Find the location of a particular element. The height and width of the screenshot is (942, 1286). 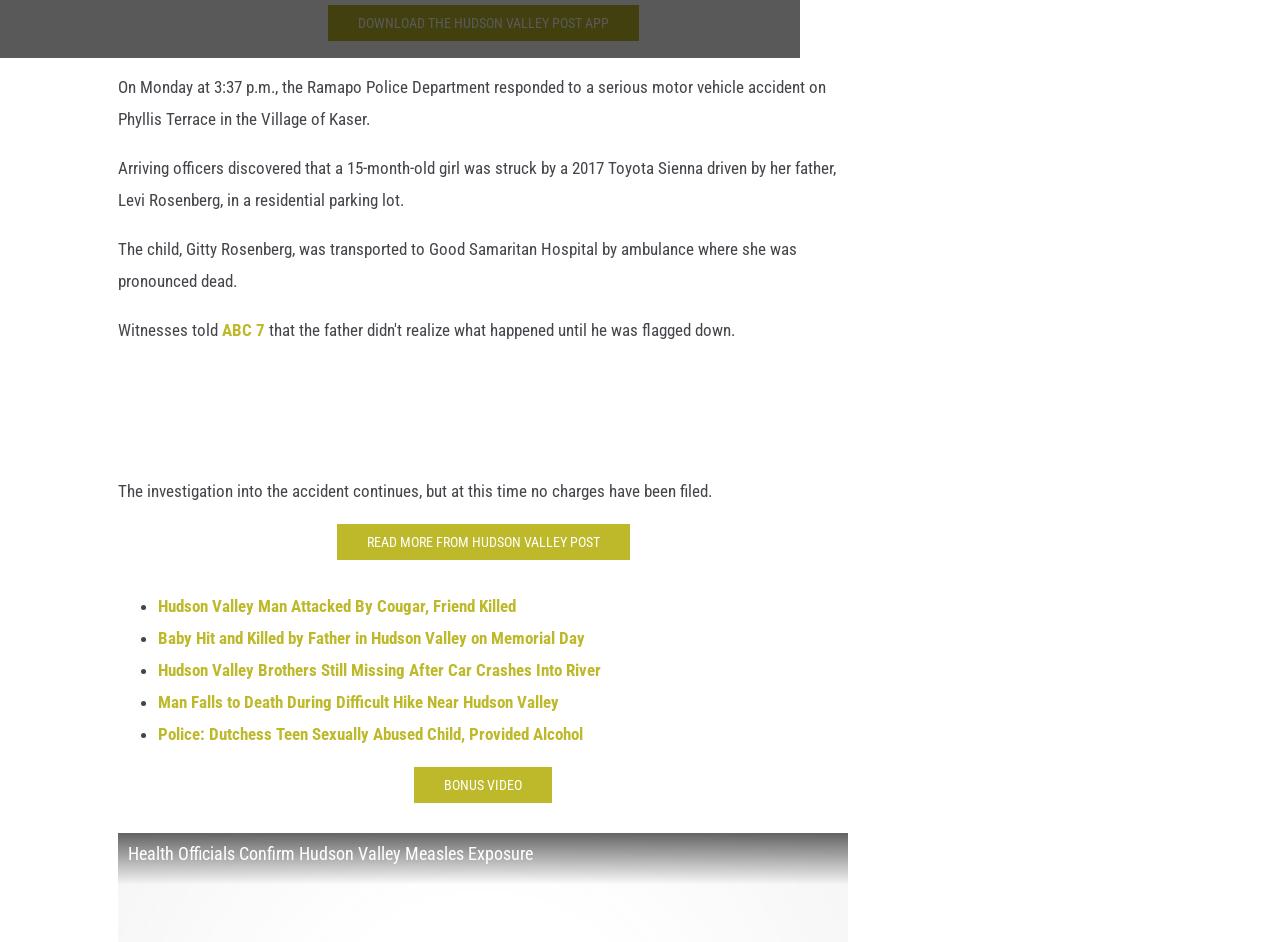

'The investigation into the accident continues, but at this time no charges have been filed.' is located at coordinates (413, 501).